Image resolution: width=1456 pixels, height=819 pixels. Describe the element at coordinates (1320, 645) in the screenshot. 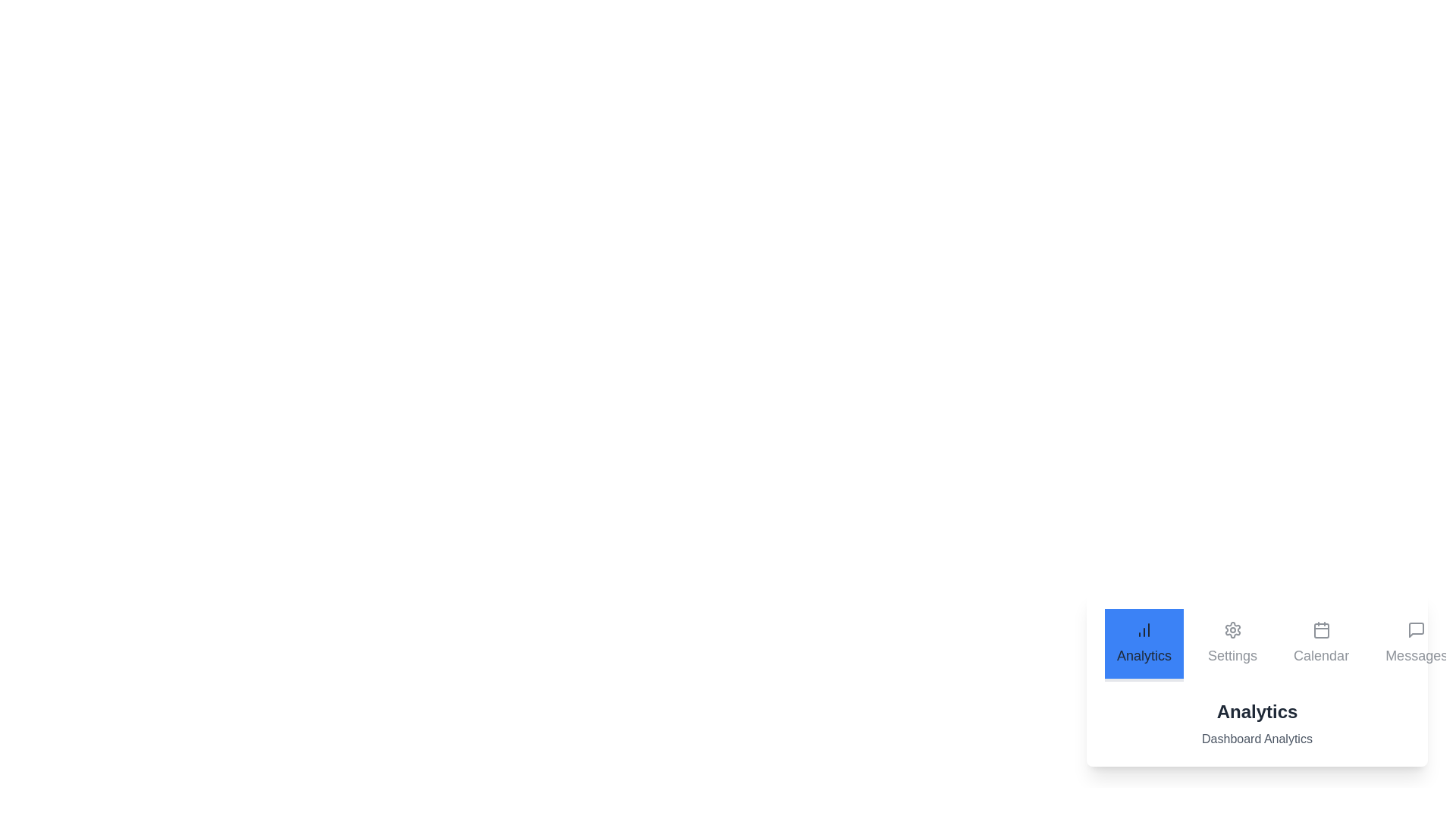

I see `the Calendar tab` at that location.